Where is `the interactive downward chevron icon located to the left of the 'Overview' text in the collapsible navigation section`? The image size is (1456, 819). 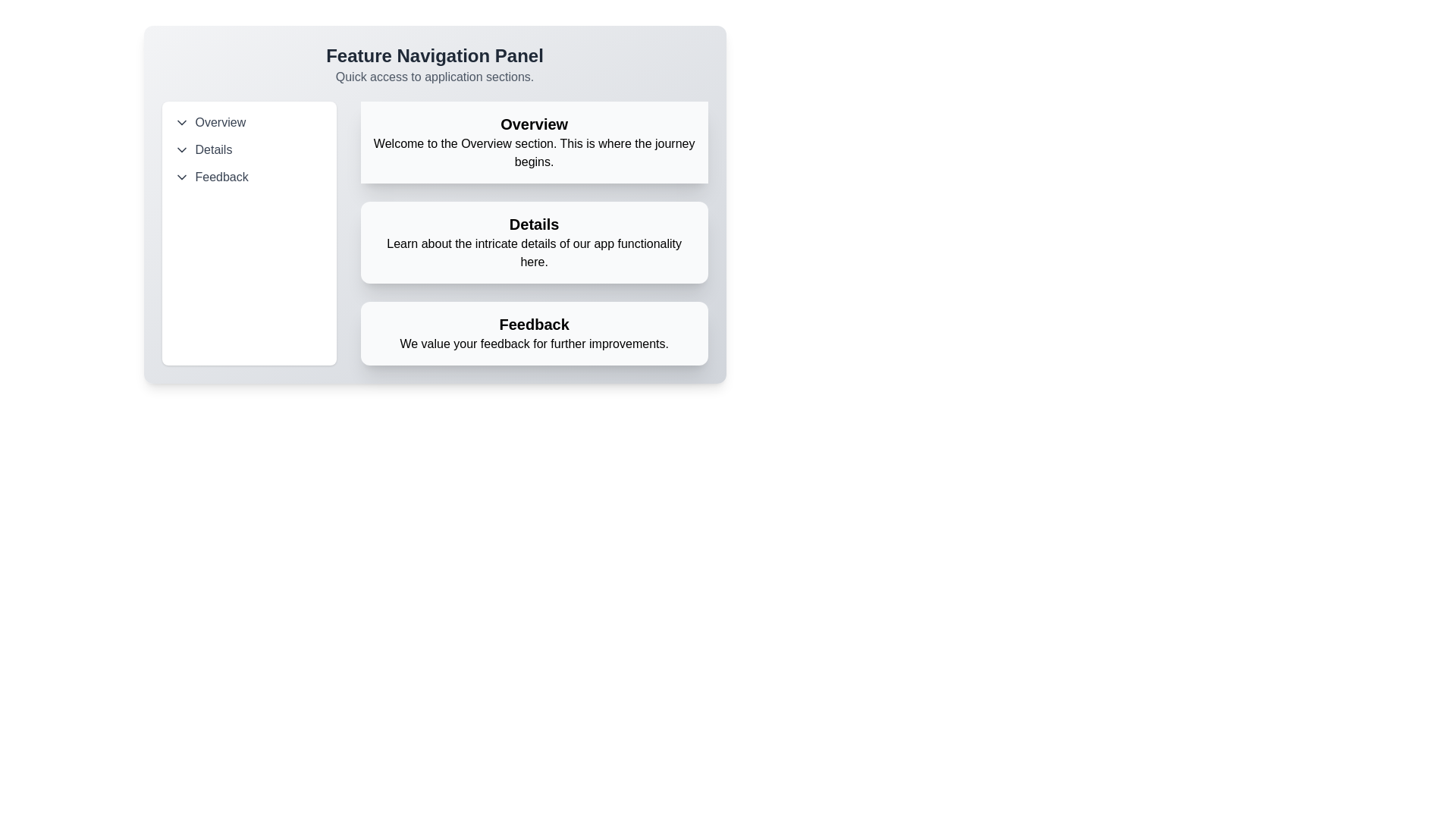 the interactive downward chevron icon located to the left of the 'Overview' text in the collapsible navigation section is located at coordinates (181, 122).